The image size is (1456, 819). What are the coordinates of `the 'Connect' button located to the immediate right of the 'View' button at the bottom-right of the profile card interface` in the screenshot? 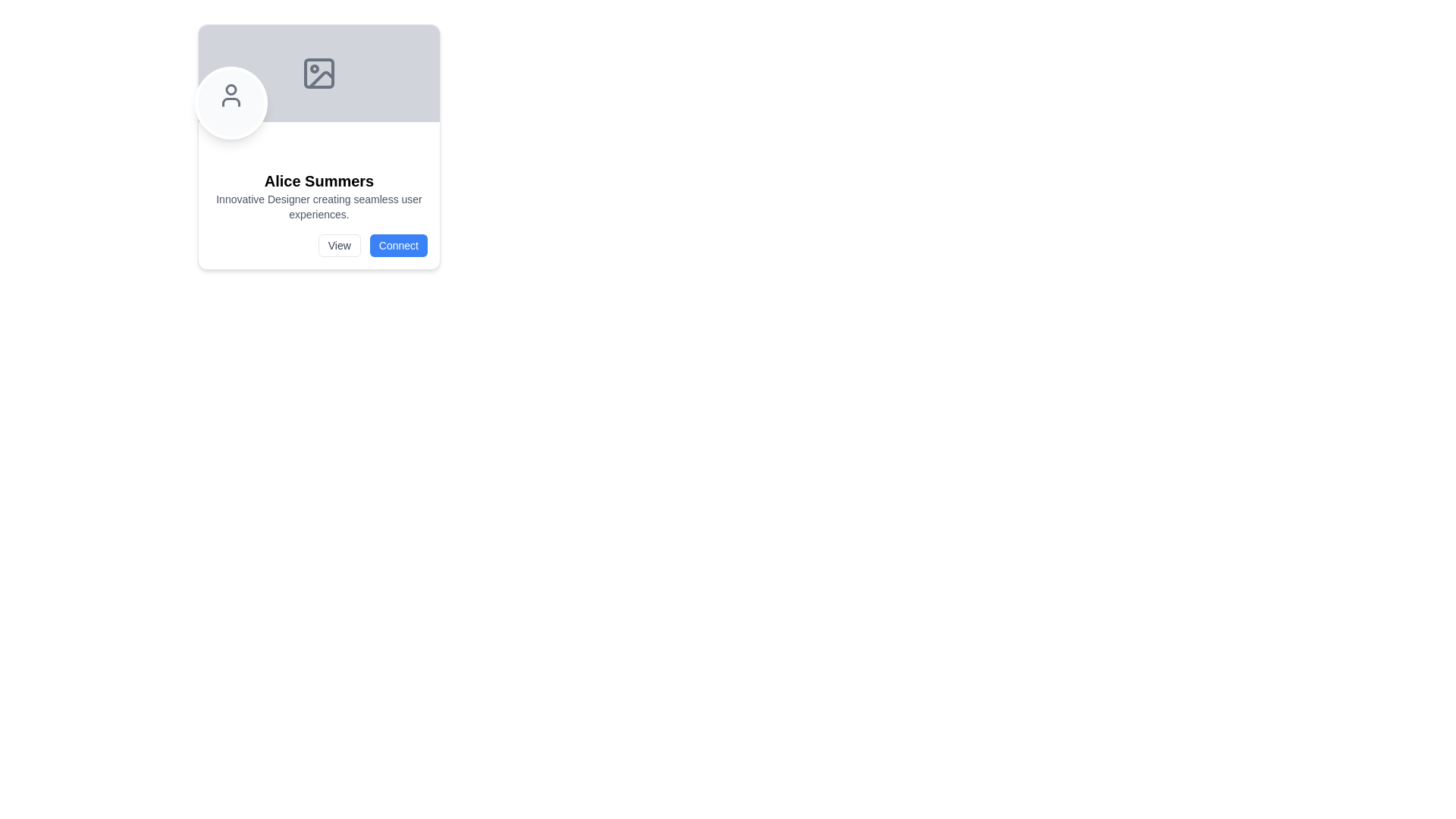 It's located at (398, 245).